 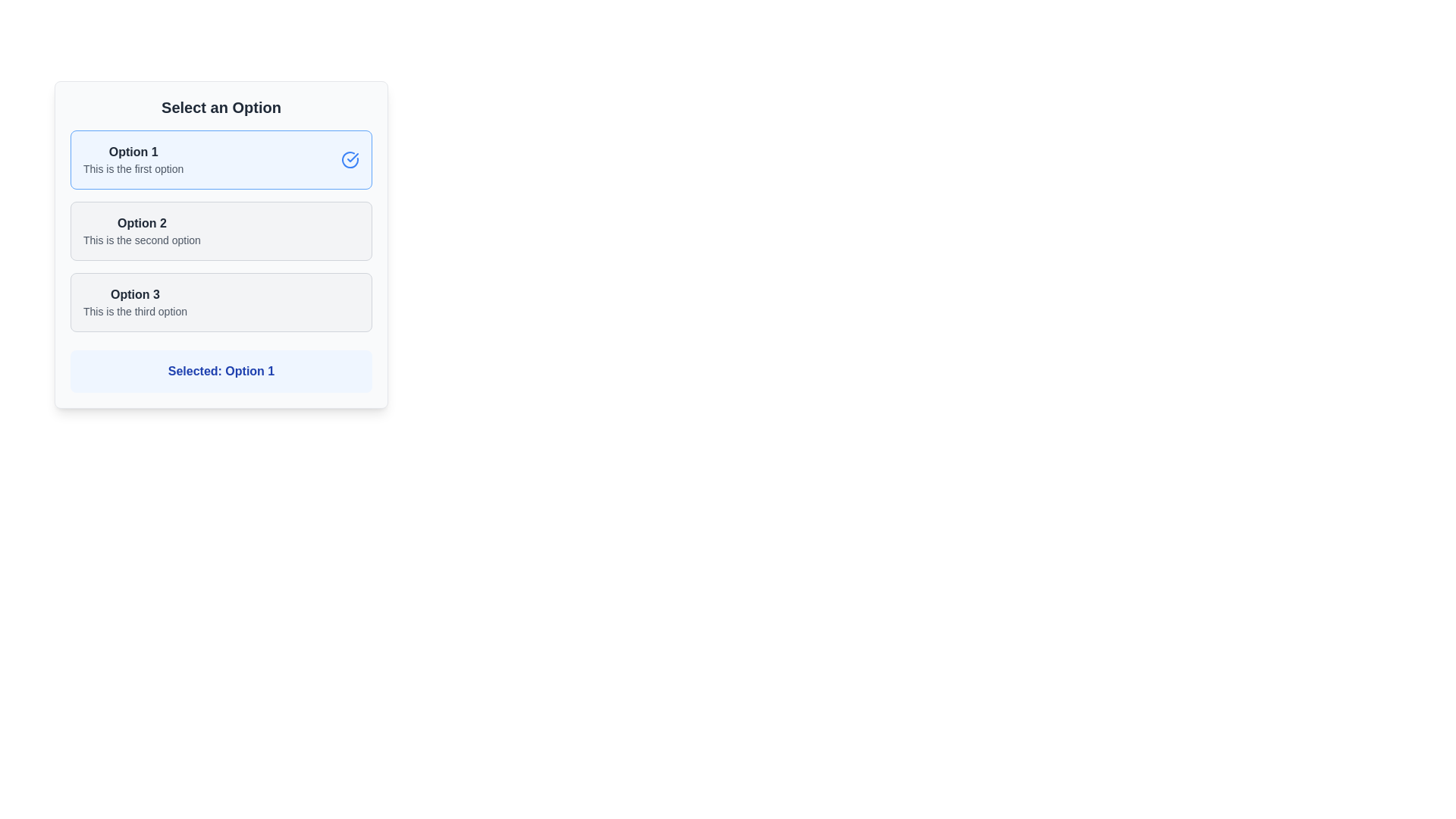 I want to click on the blue circular checkmark icon representing the selected state inside 'Option 1', so click(x=349, y=160).